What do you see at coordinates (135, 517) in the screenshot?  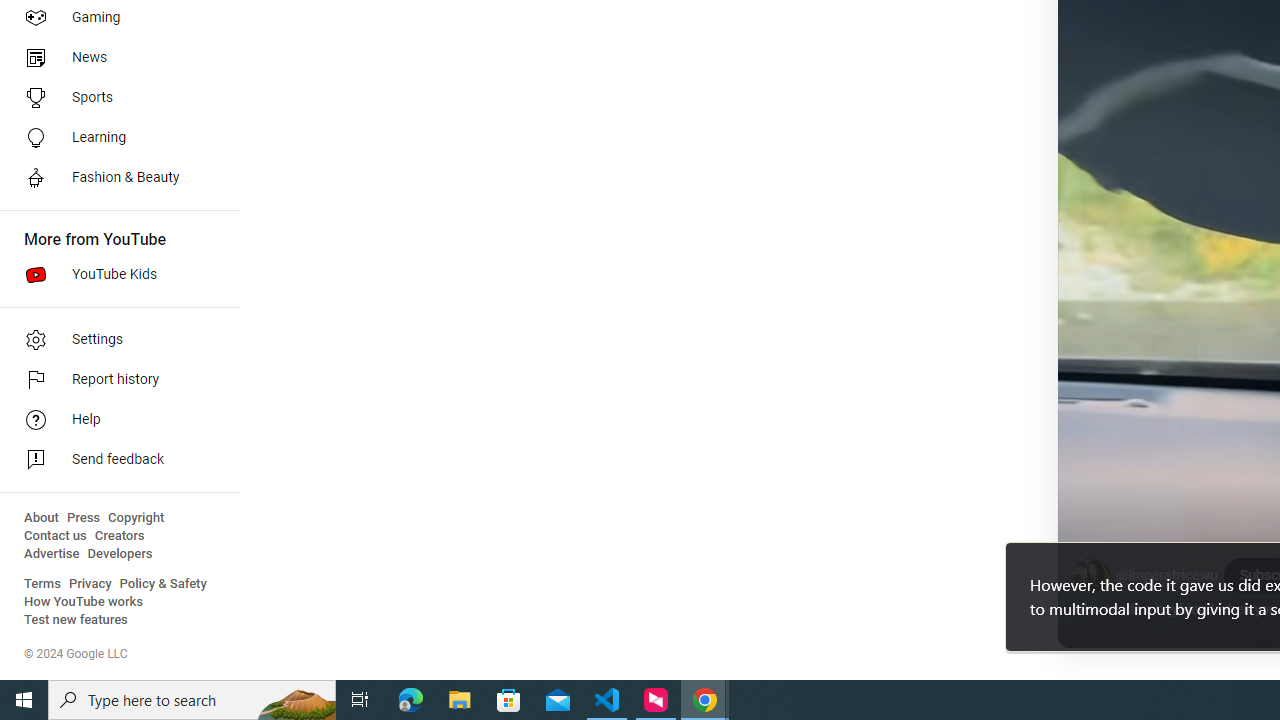 I see `'Copyright'` at bounding box center [135, 517].